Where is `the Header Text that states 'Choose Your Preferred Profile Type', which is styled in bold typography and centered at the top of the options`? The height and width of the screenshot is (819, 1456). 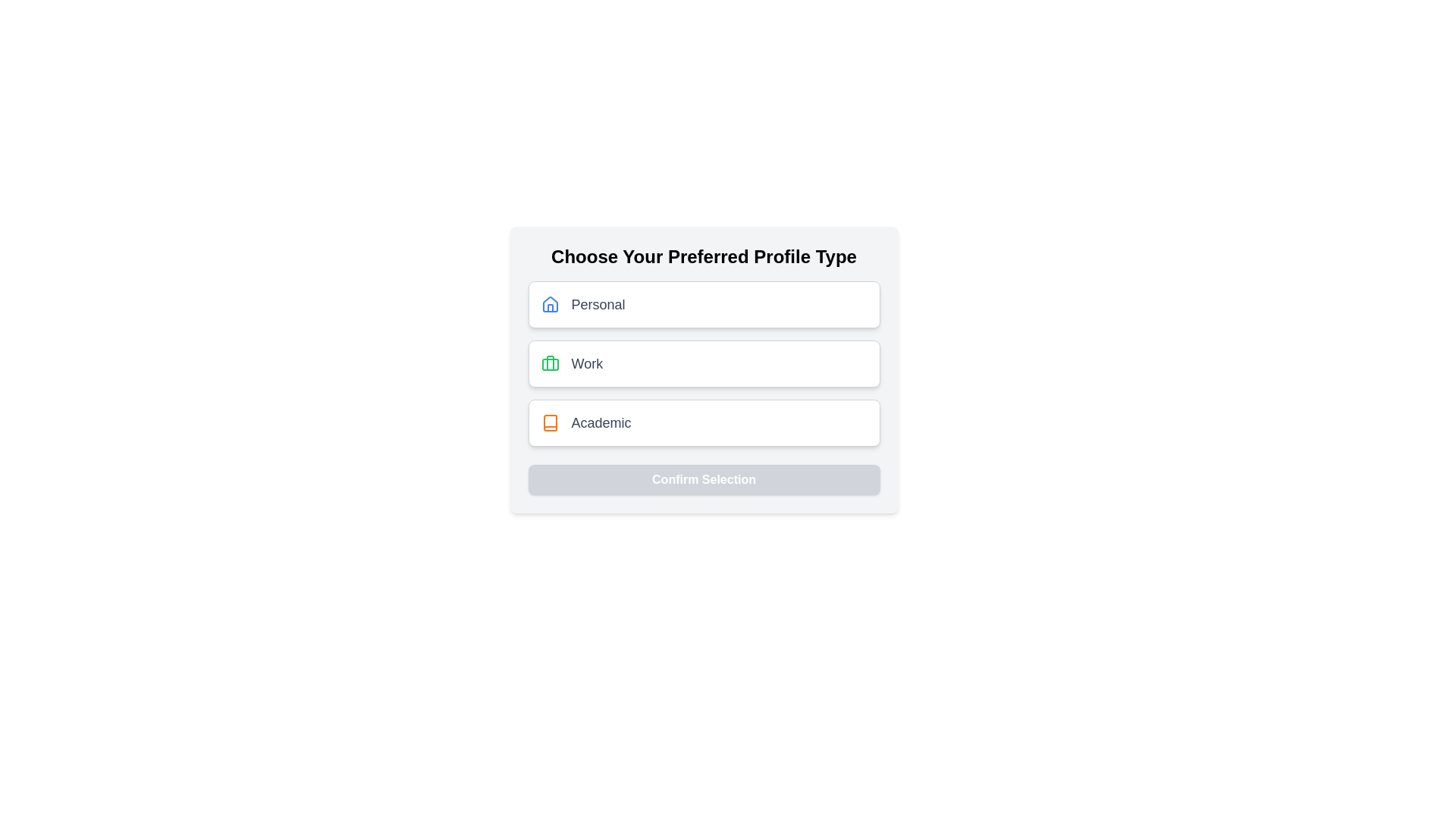 the Header Text that states 'Choose Your Preferred Profile Type', which is styled in bold typography and centered at the top of the options is located at coordinates (703, 256).